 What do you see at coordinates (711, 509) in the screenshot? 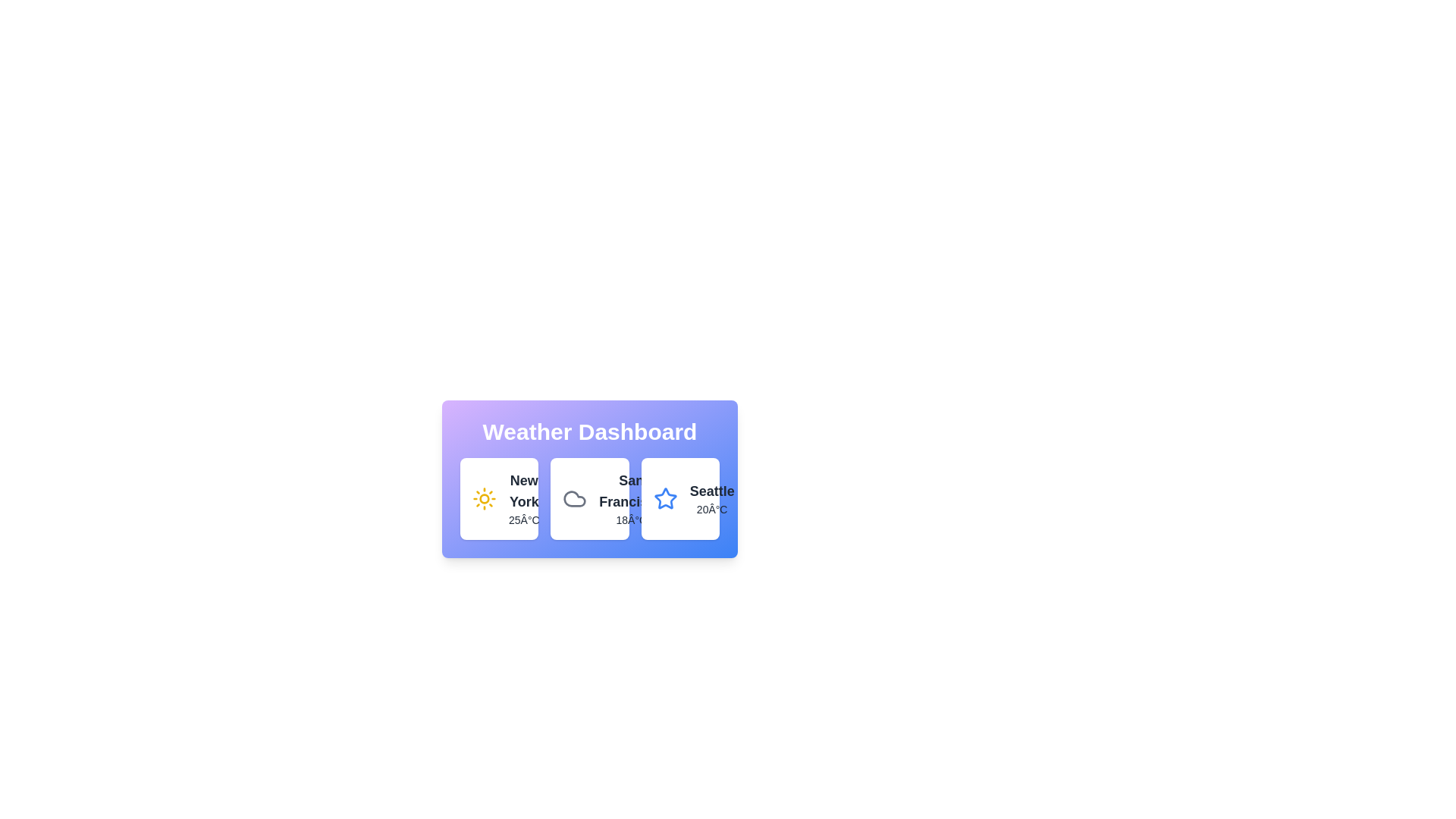
I see `the text label displaying the current temperature for Seattle, which shows '20°C' at the bottom of the weather information card` at bounding box center [711, 509].